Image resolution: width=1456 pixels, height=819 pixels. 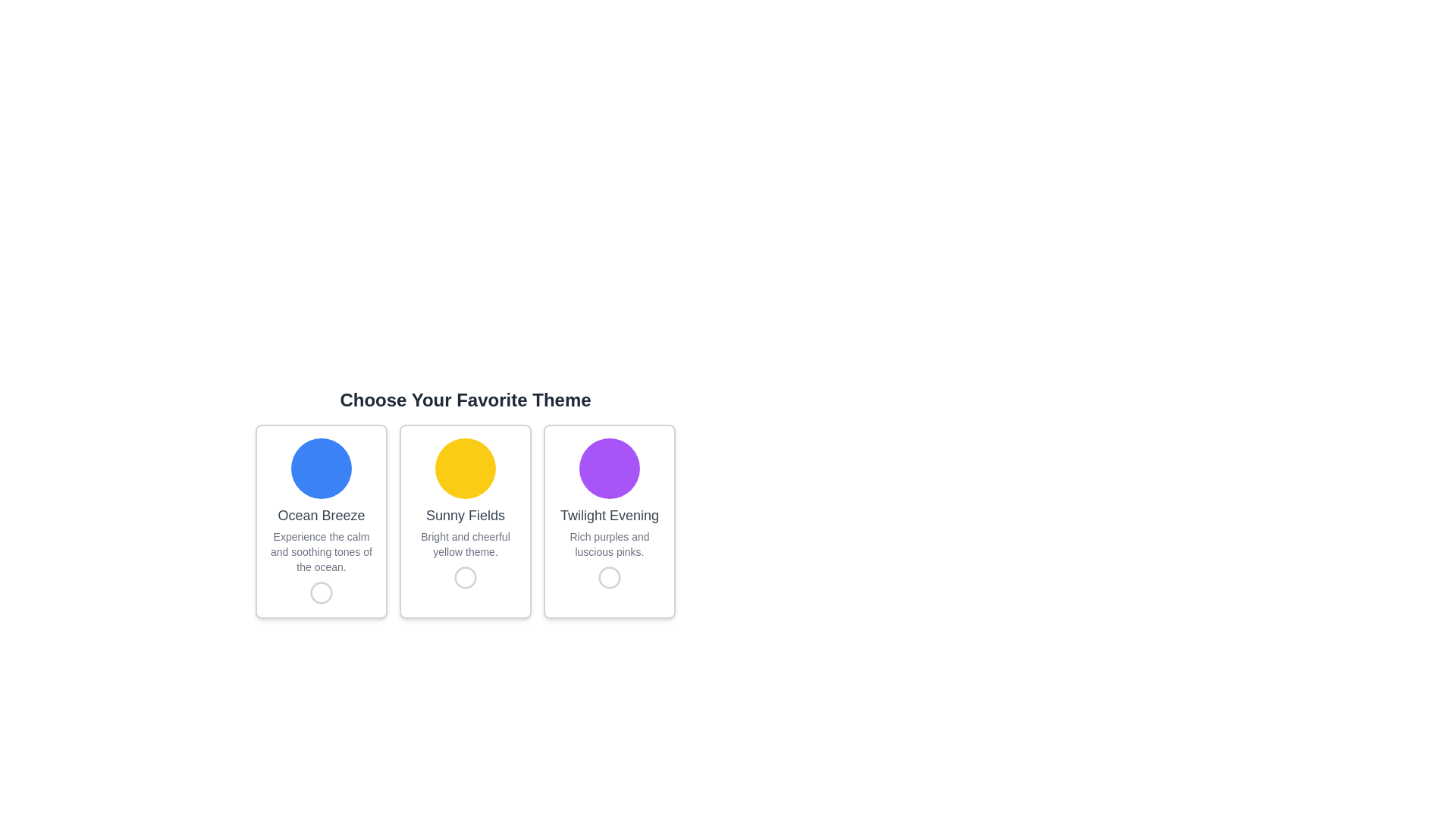 What do you see at coordinates (610, 532) in the screenshot?
I see `the text block containing 'Twilight Evening' and 'Rich purples and luscious pinks.'` at bounding box center [610, 532].